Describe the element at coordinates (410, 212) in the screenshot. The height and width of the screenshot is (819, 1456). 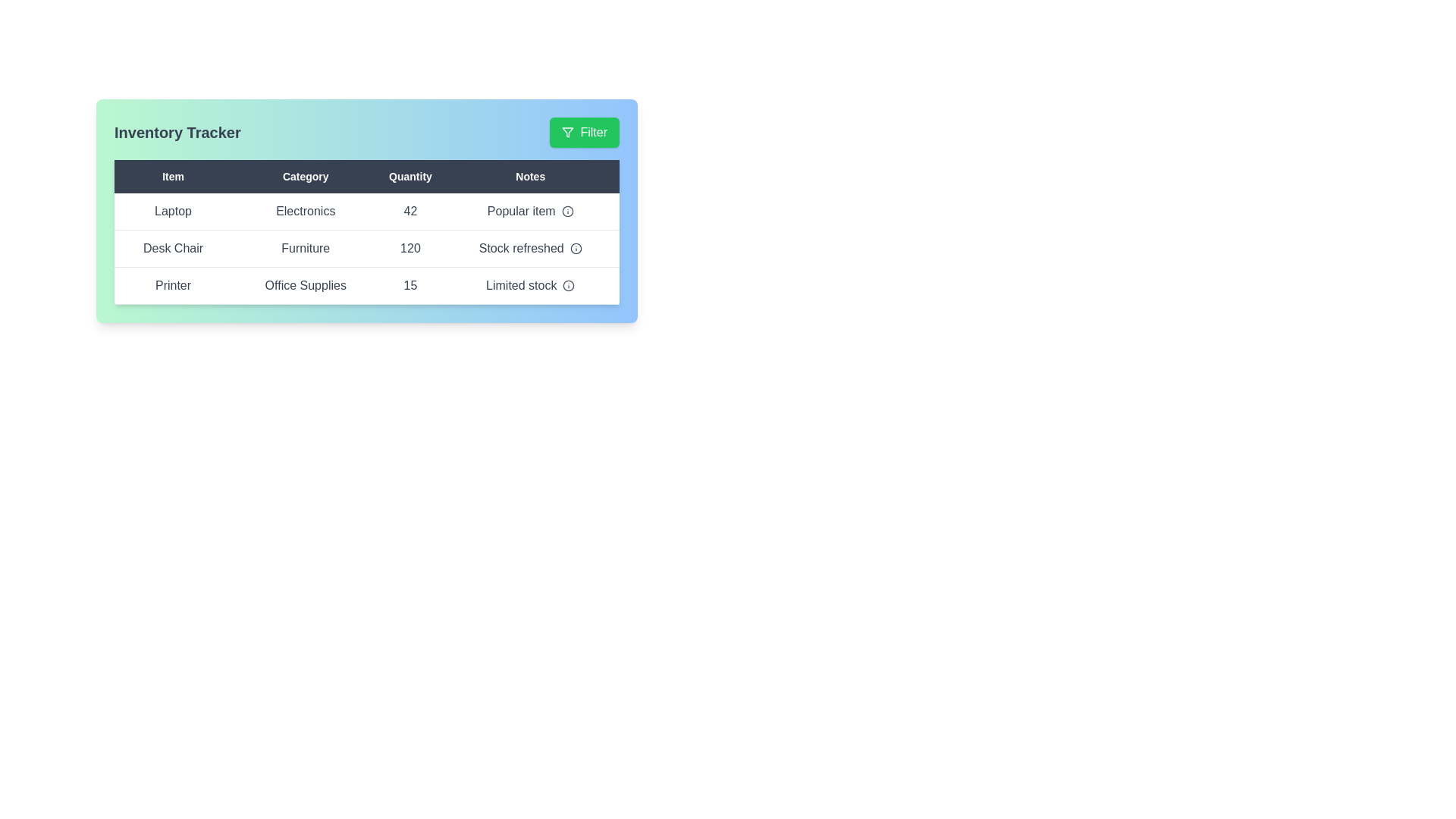
I see `the cell containing 42 to select its text` at that location.